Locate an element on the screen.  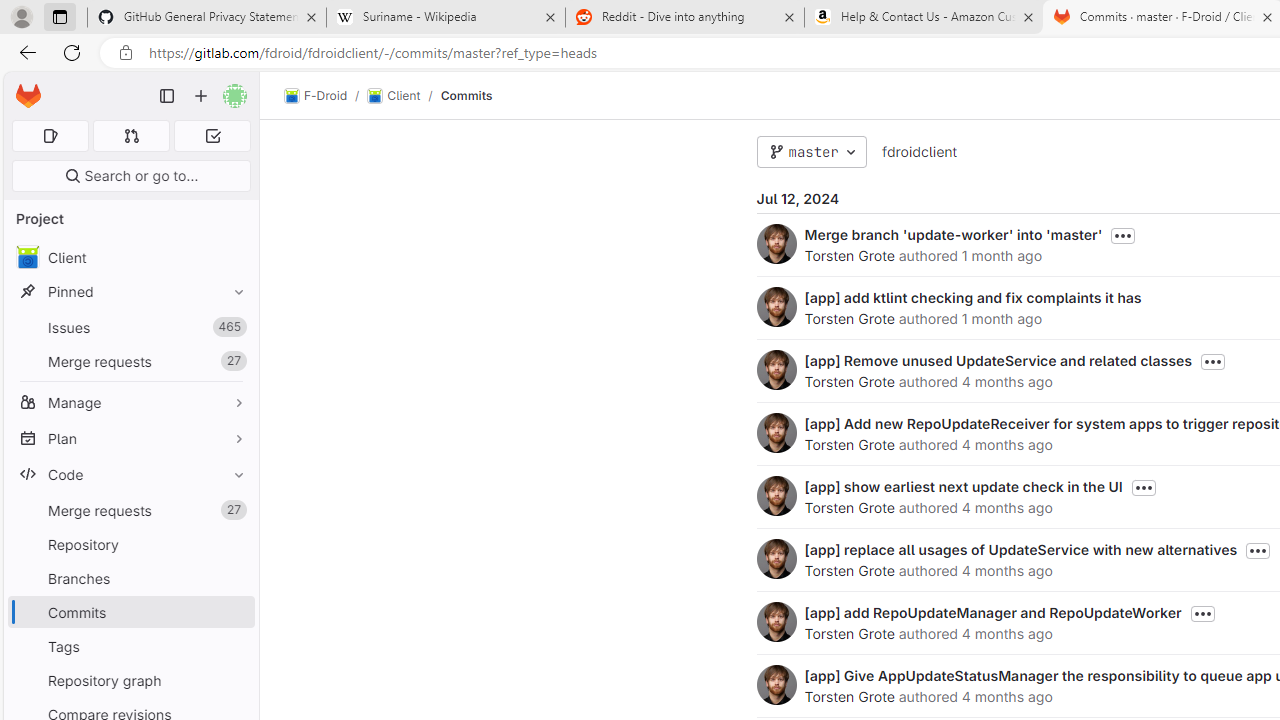
'Pin Branches' is located at coordinates (234, 578).